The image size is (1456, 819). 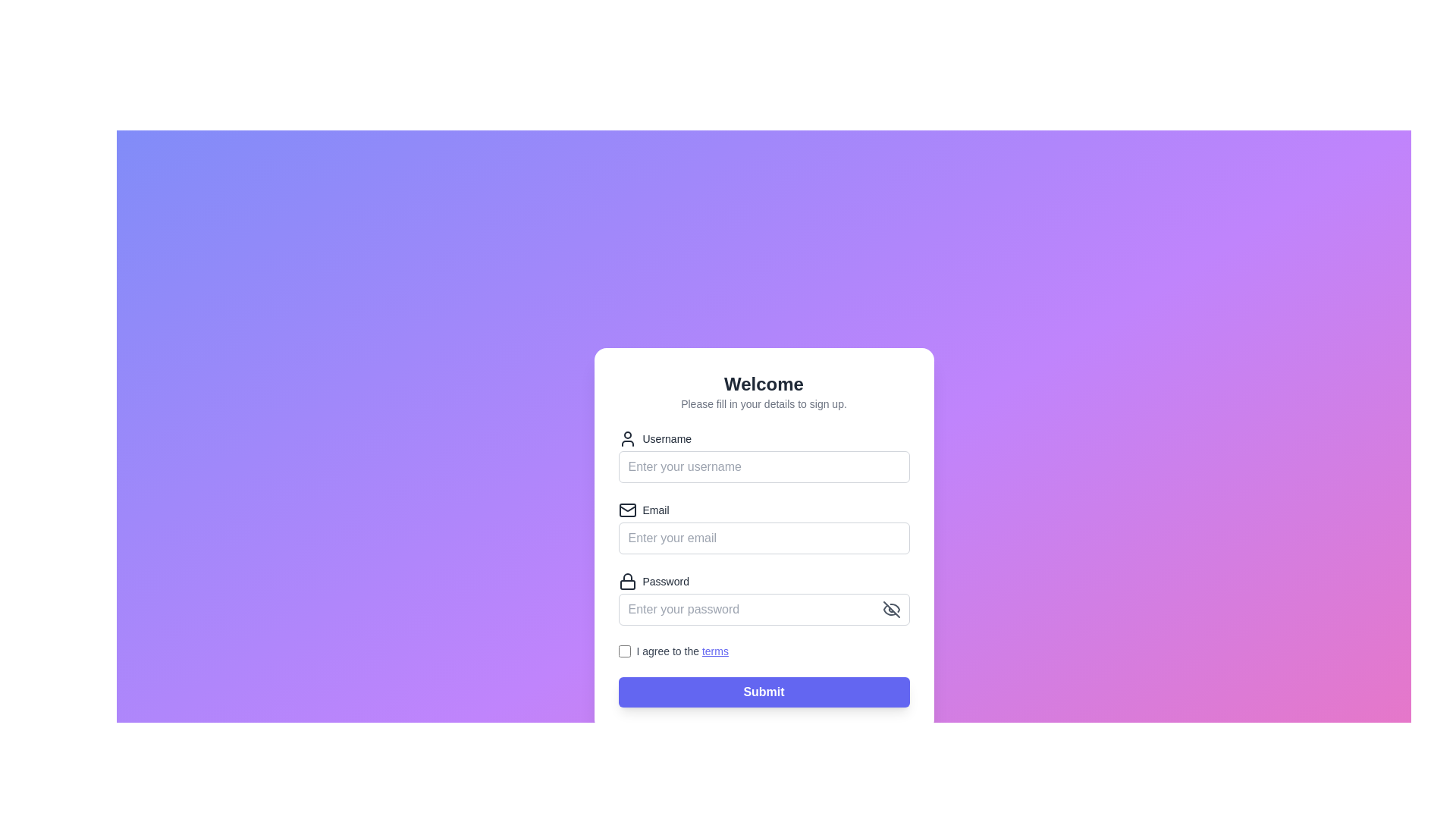 I want to click on the toggle visibility button that allows users, so click(x=891, y=608).